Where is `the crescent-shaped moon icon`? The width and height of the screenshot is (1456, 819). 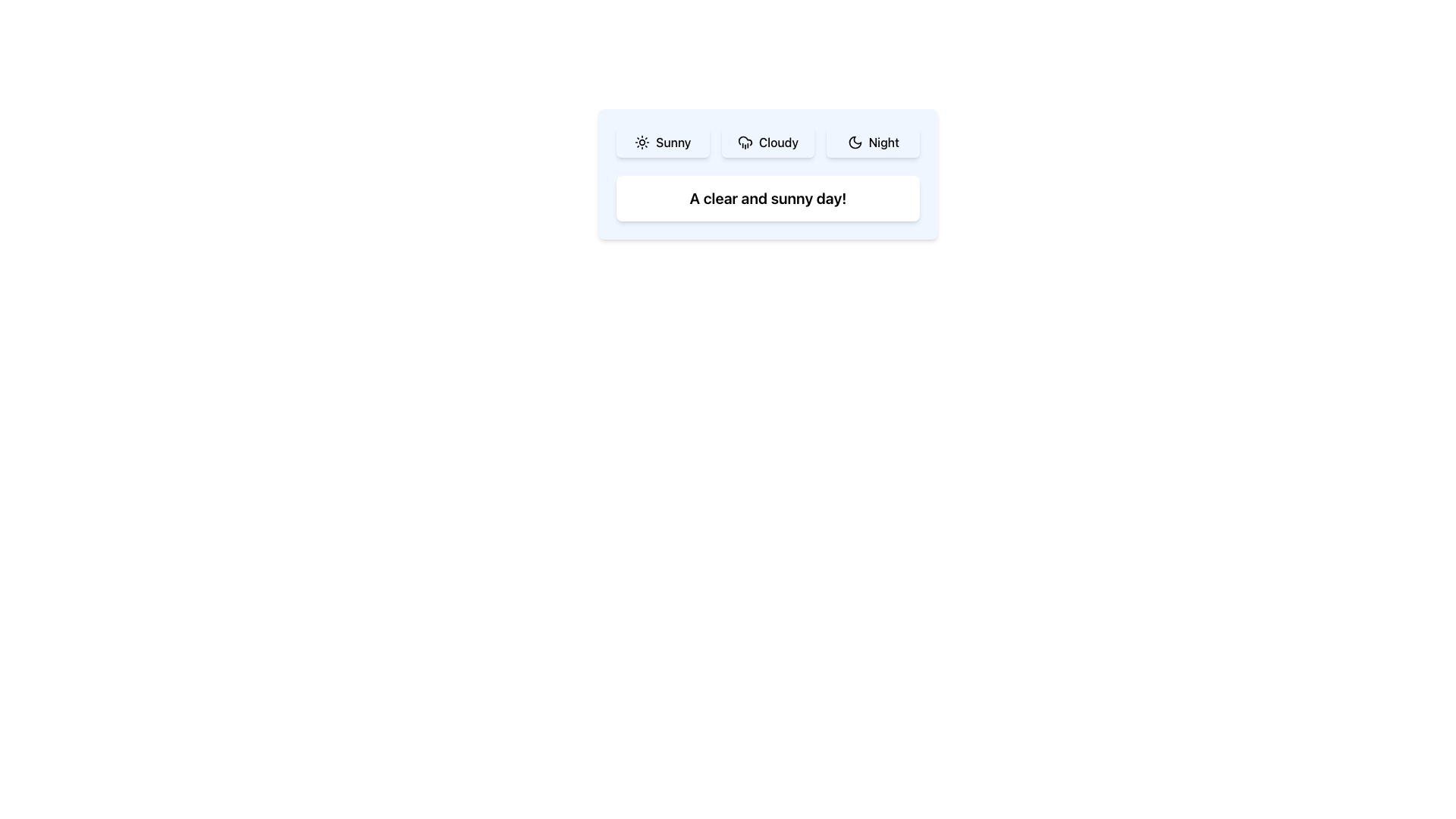 the crescent-shaped moon icon is located at coordinates (855, 143).